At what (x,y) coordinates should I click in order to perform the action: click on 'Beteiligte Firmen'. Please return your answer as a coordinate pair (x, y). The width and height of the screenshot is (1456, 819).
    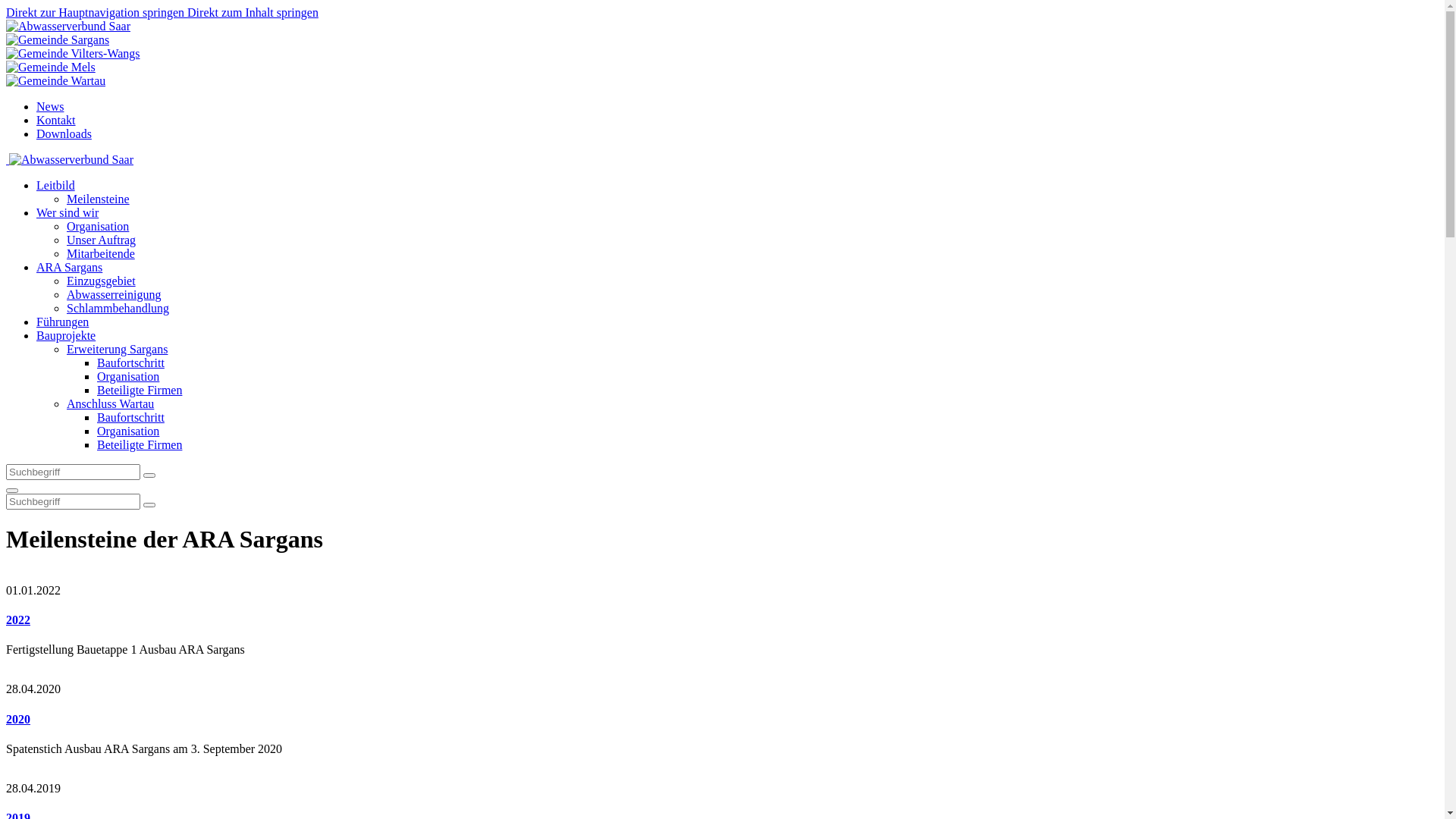
    Looking at the image, I should click on (139, 389).